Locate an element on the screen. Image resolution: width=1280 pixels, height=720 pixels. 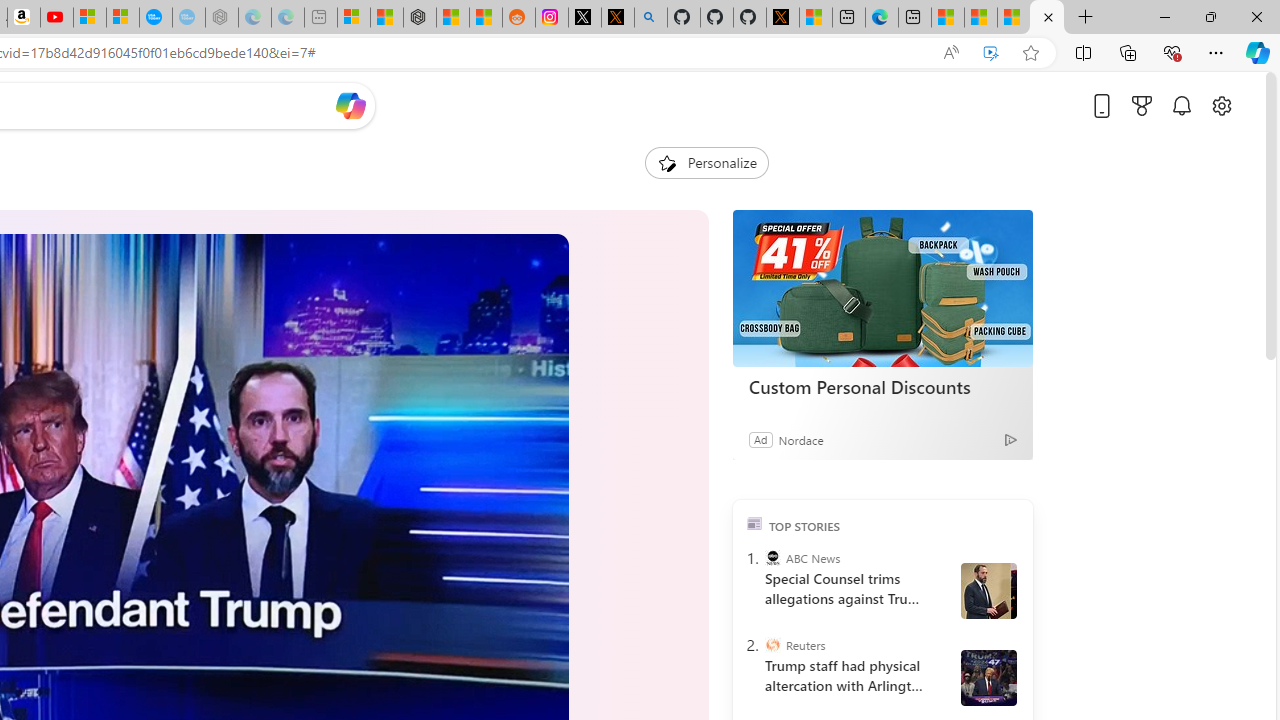
'Read aloud this page (Ctrl+Shift+U)' is located at coordinates (950, 52).